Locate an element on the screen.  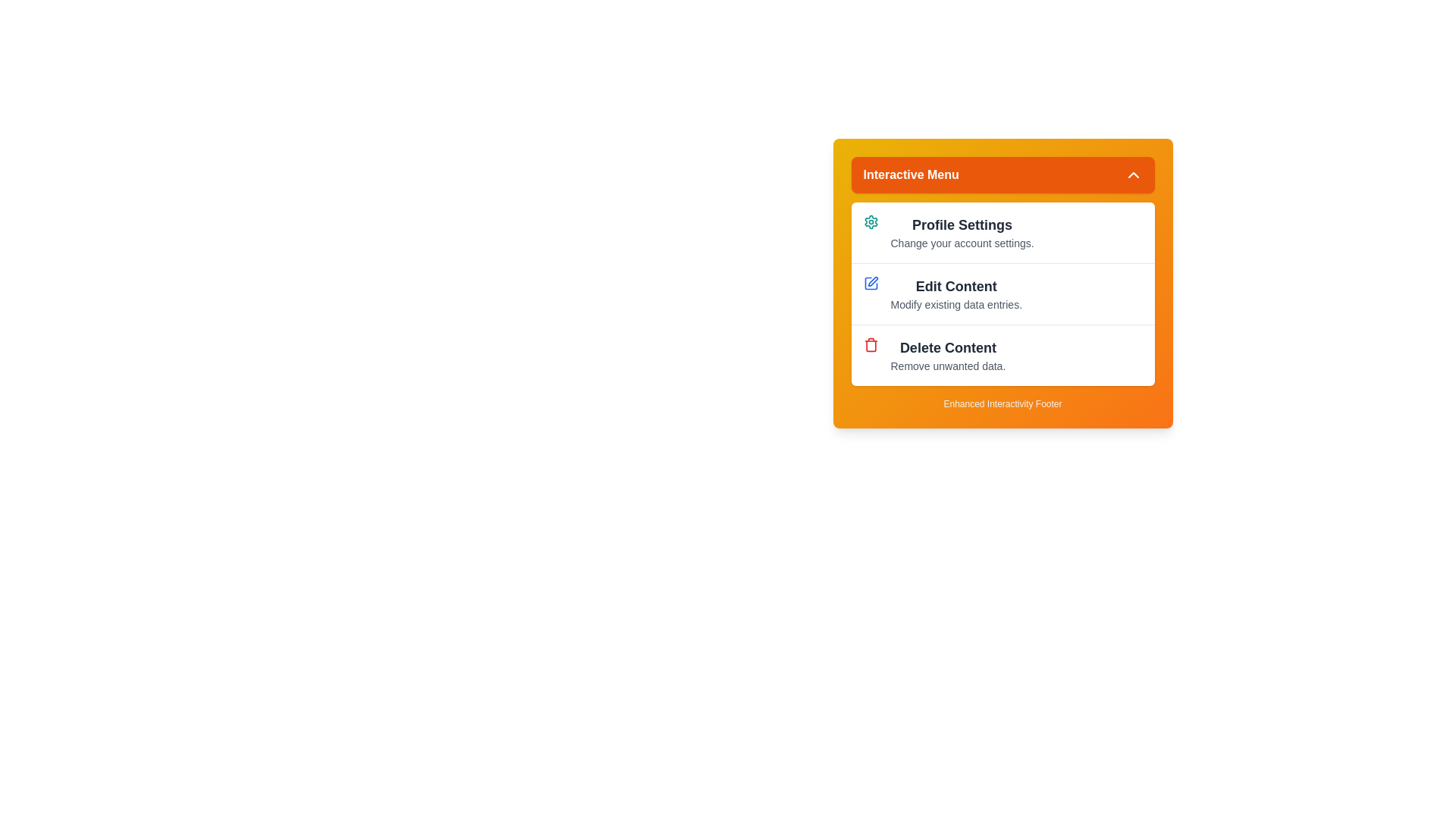
the menu item Edit Content to interact with it is located at coordinates (1003, 293).